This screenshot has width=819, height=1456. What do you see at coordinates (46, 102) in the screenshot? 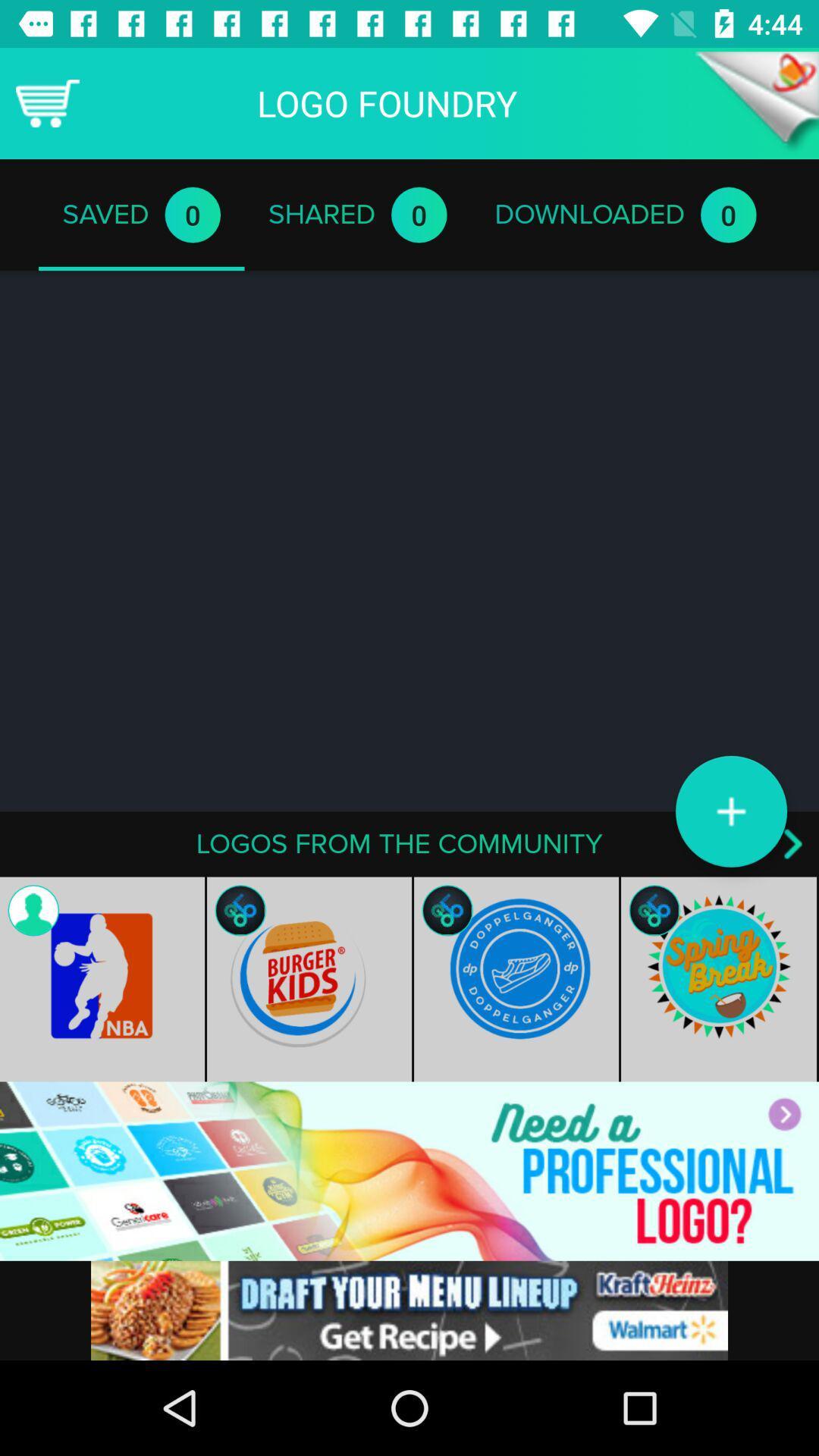
I see `open cart` at bounding box center [46, 102].